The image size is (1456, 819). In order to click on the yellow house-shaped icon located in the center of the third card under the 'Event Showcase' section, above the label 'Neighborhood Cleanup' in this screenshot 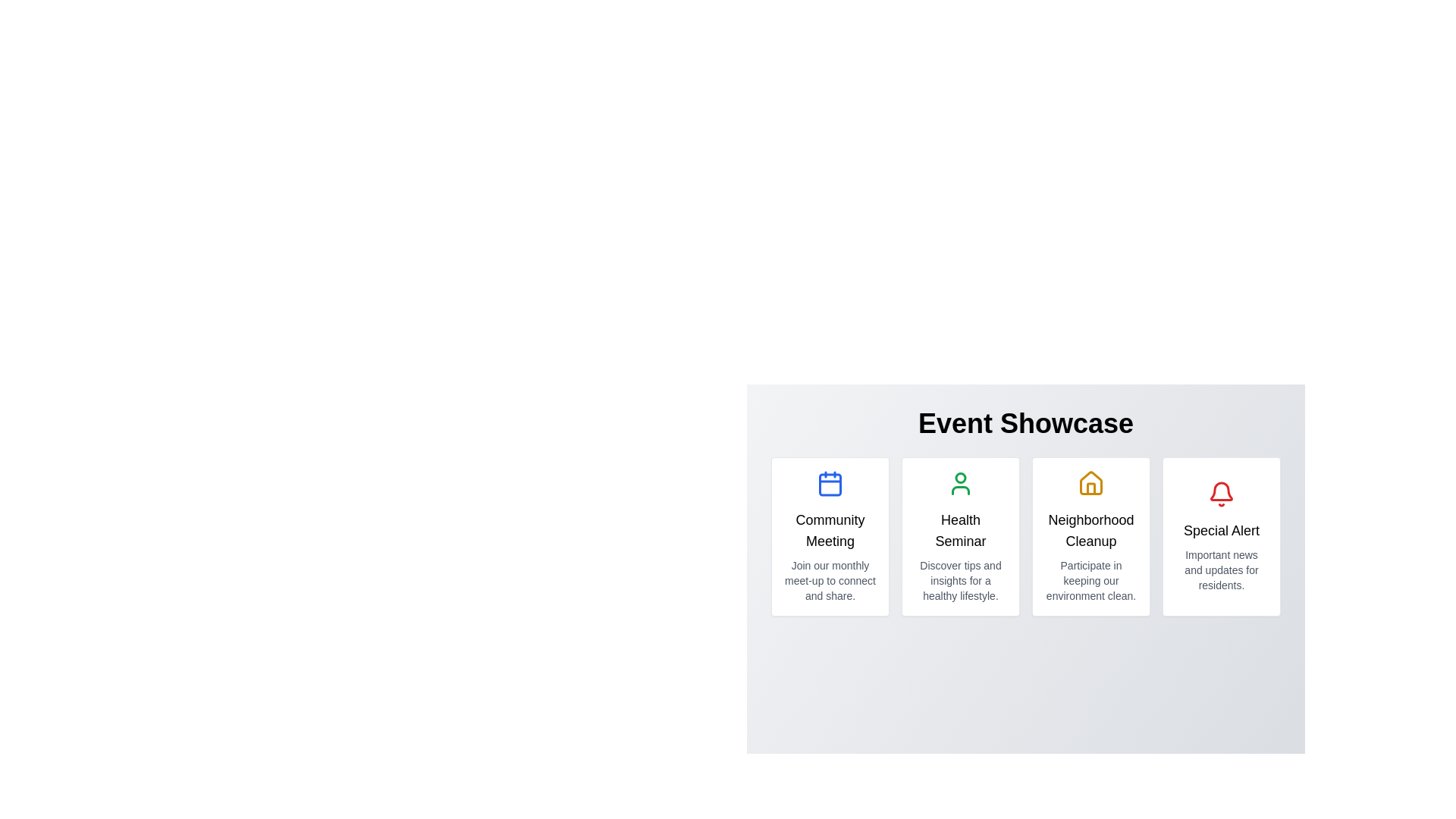, I will do `click(1090, 482)`.